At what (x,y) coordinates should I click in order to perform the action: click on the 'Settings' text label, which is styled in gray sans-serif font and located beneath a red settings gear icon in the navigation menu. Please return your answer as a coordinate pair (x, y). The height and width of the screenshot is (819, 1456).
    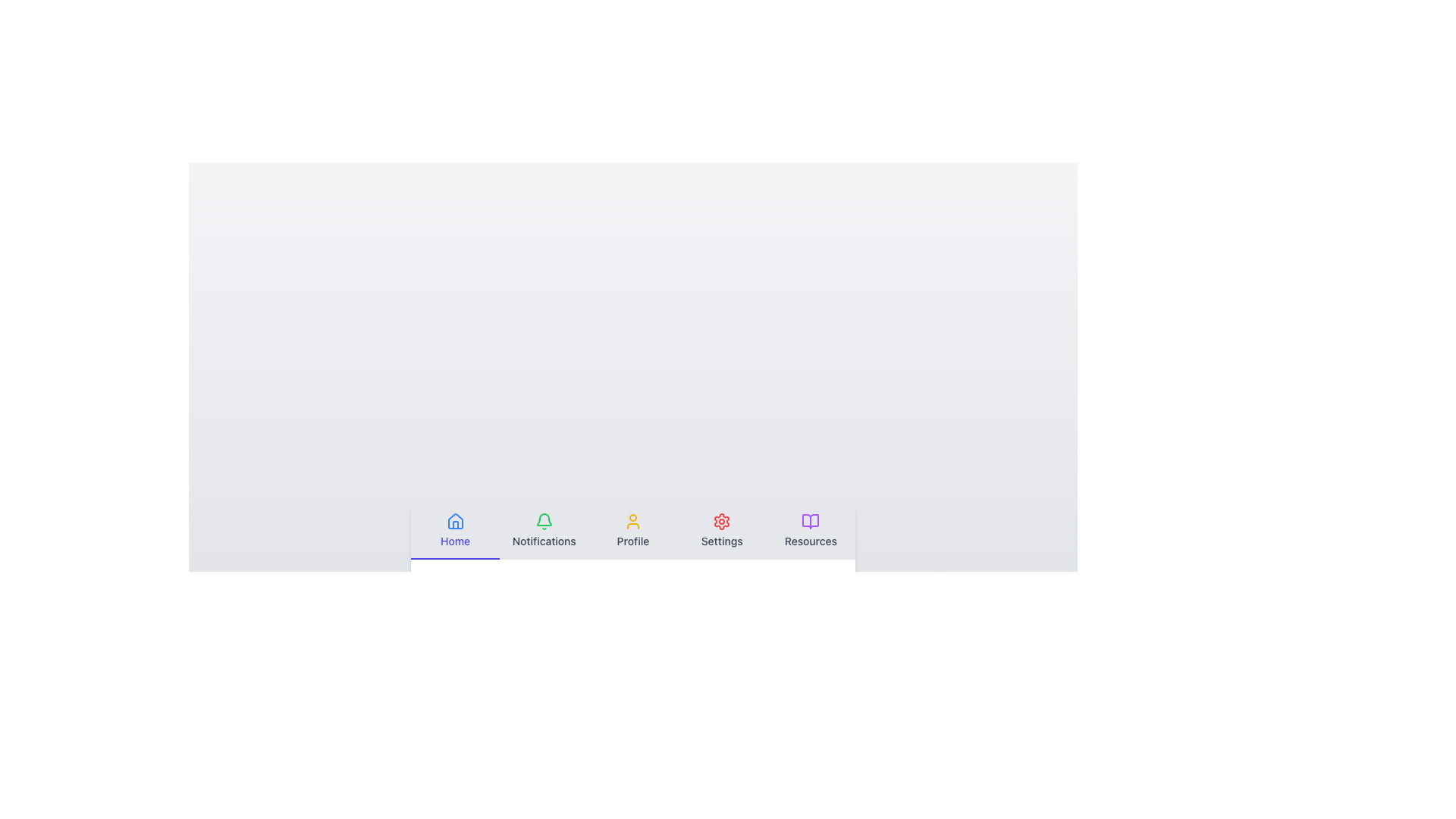
    Looking at the image, I should click on (721, 540).